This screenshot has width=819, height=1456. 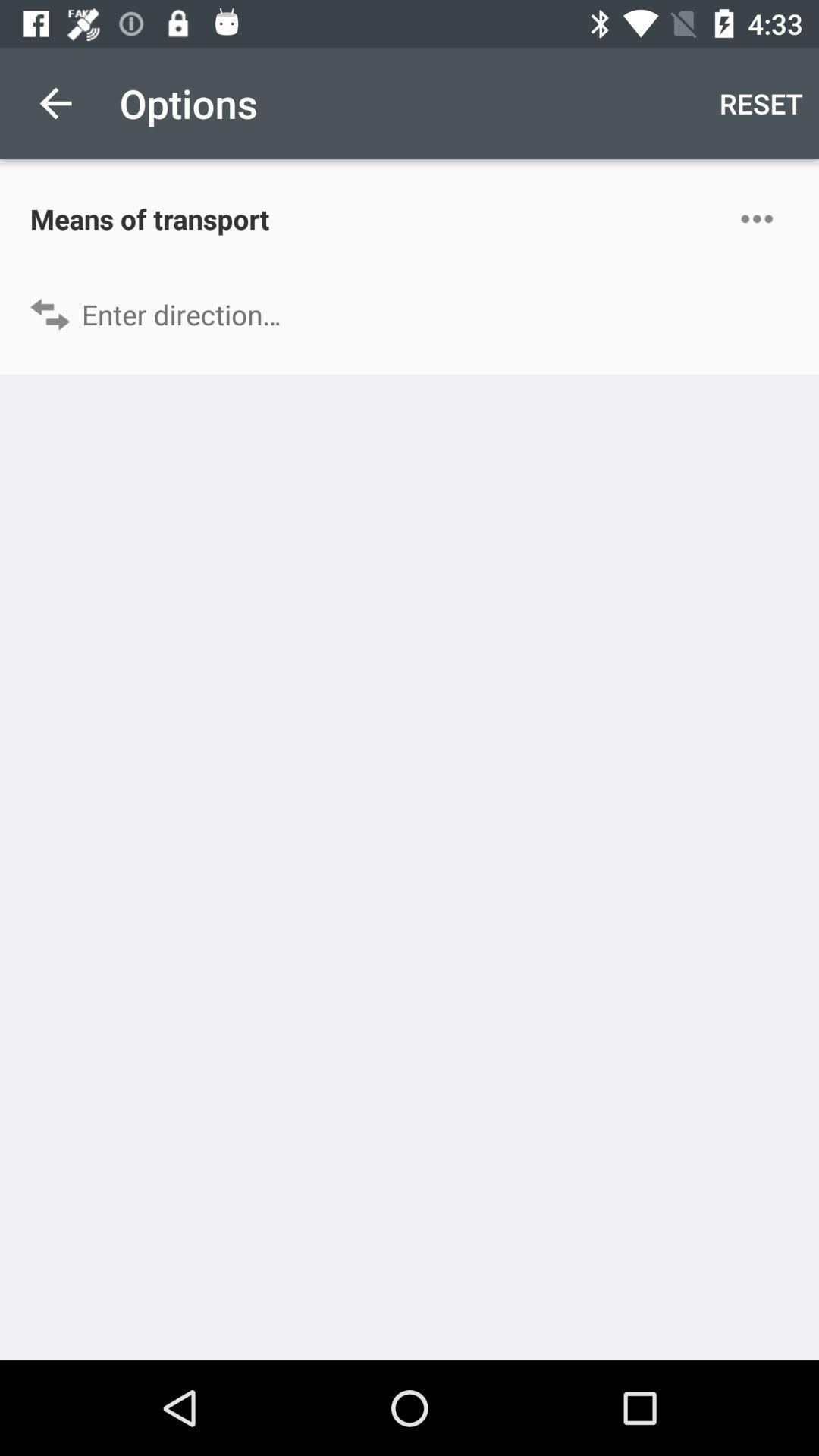 What do you see at coordinates (55, 102) in the screenshot?
I see `icon next to the options app` at bounding box center [55, 102].